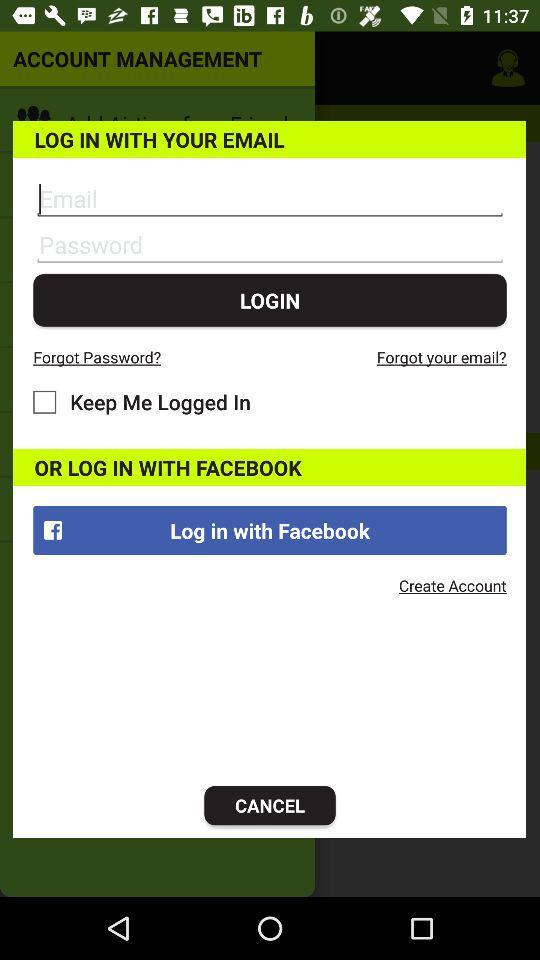  I want to click on the item below forgot password?, so click(141, 401).